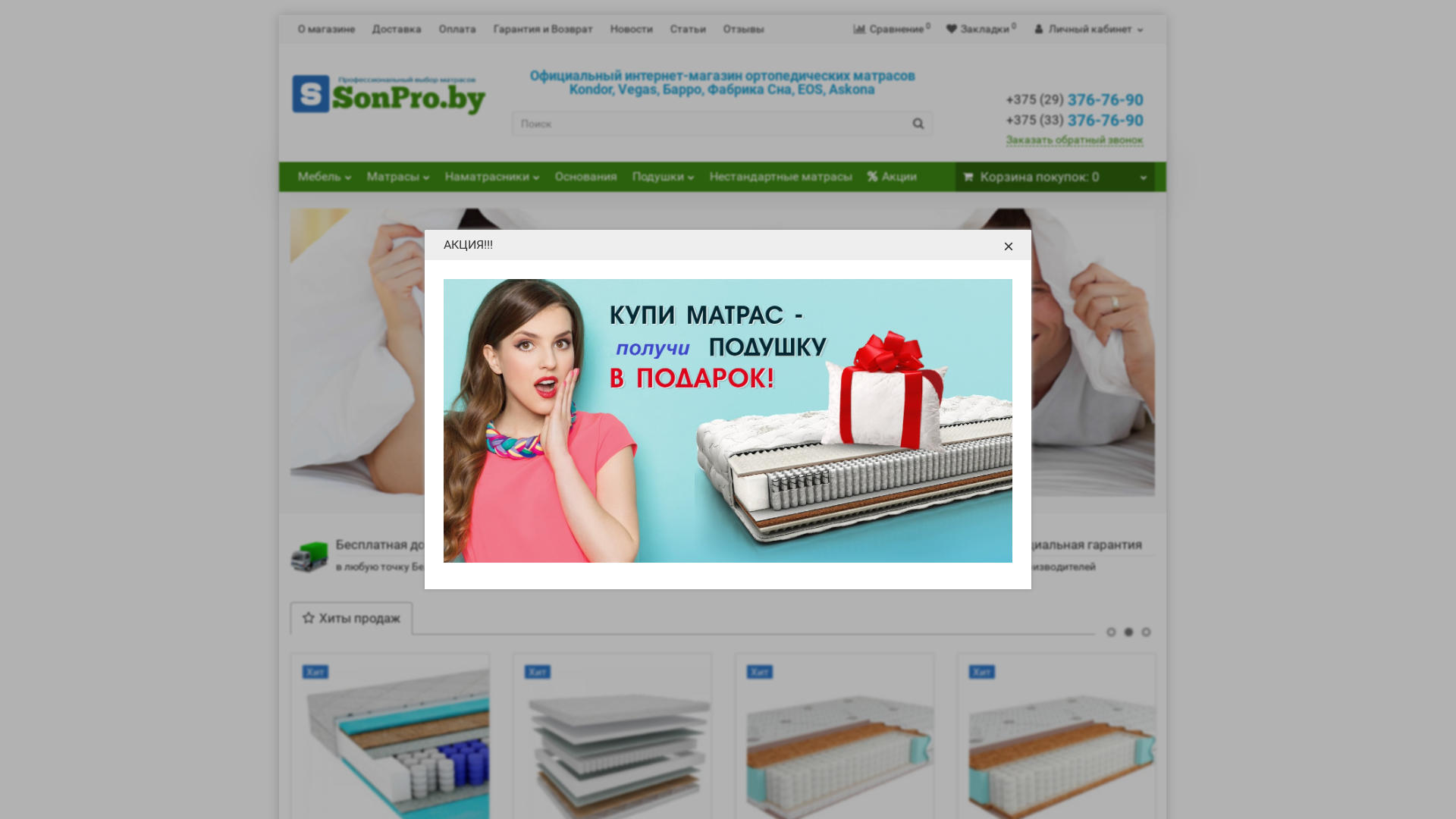  Describe the element at coordinates (290, 87) in the screenshot. I see `'SonPro.by'` at that location.